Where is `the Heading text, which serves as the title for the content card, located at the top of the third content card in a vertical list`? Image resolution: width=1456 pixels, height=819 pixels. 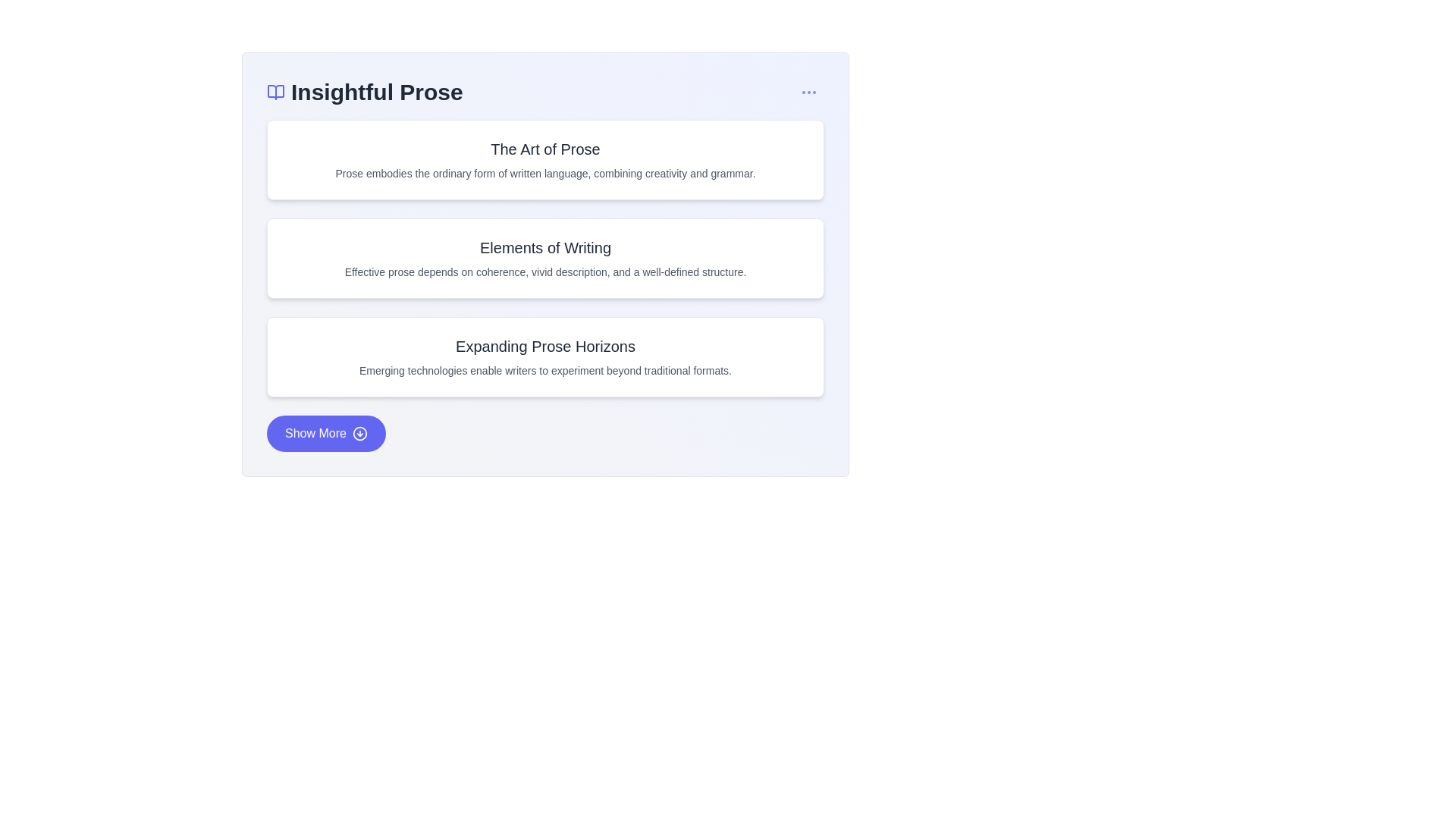
the Heading text, which serves as the title for the content card, located at the top of the third content card in a vertical list is located at coordinates (545, 346).